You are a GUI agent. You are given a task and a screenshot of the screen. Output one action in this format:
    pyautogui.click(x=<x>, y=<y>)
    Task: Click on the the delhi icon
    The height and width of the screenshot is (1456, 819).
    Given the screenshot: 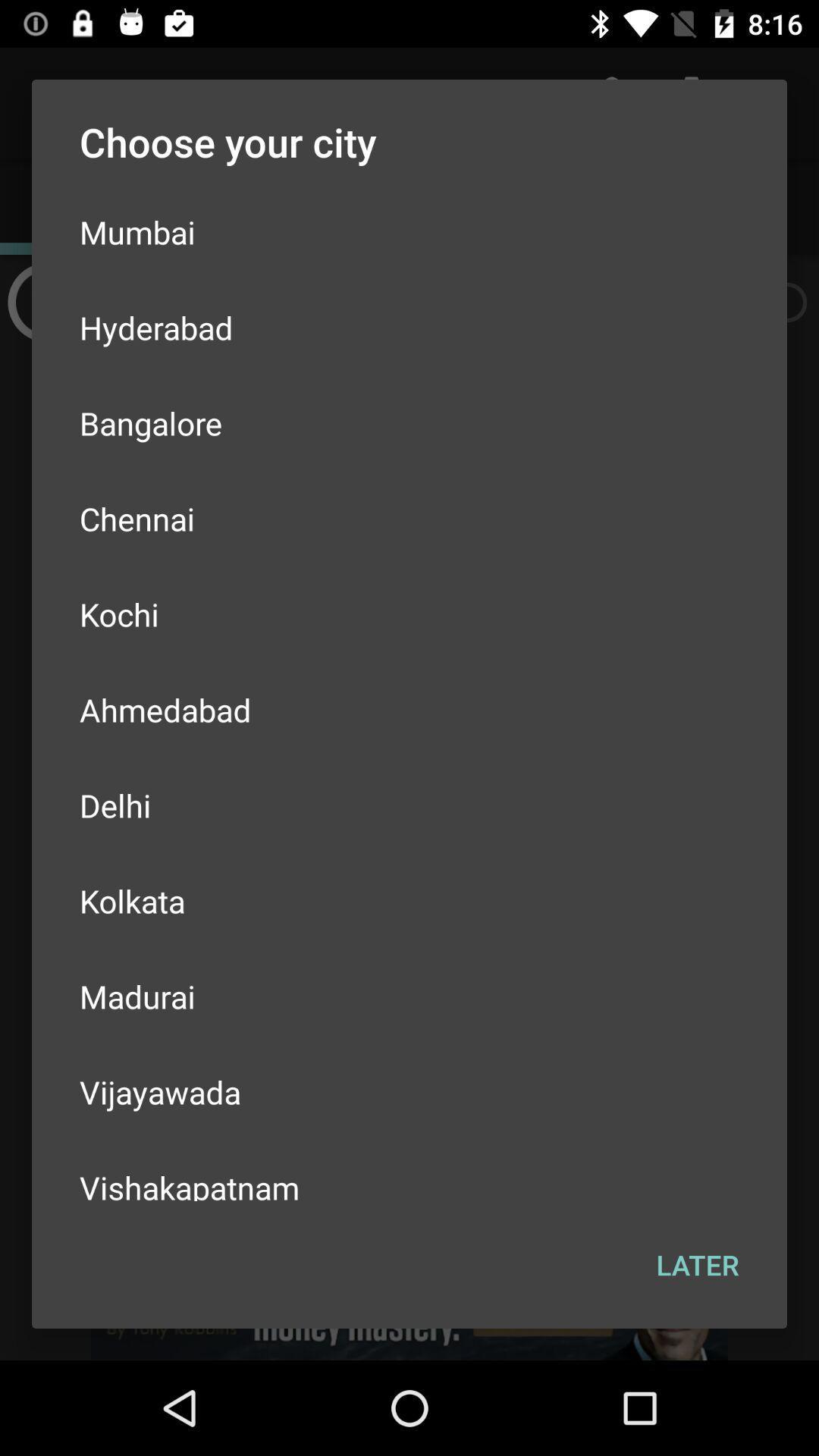 What is the action you would take?
    pyautogui.click(x=409, y=804)
    